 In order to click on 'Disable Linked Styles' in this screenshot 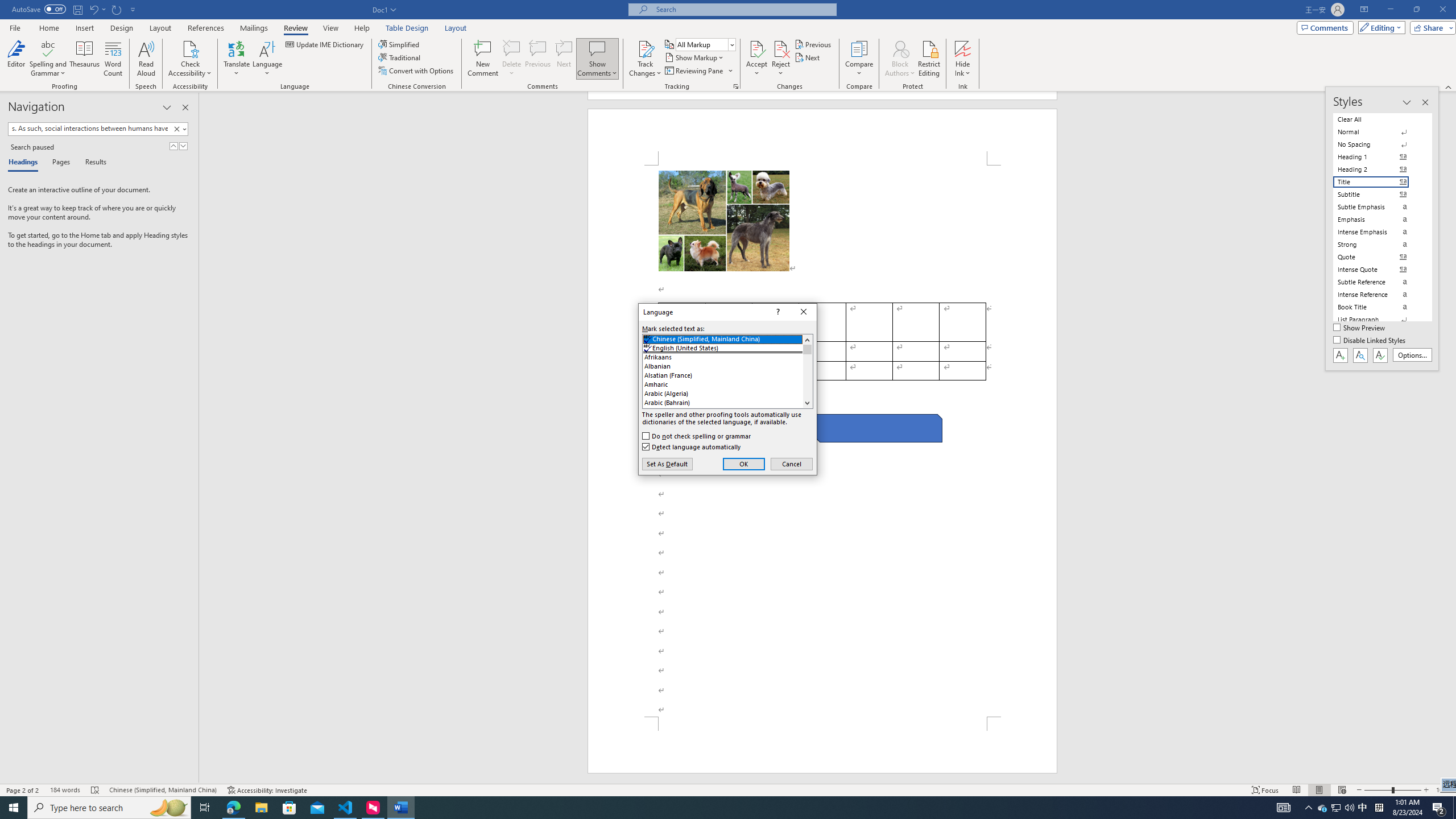, I will do `click(1370, 340)`.